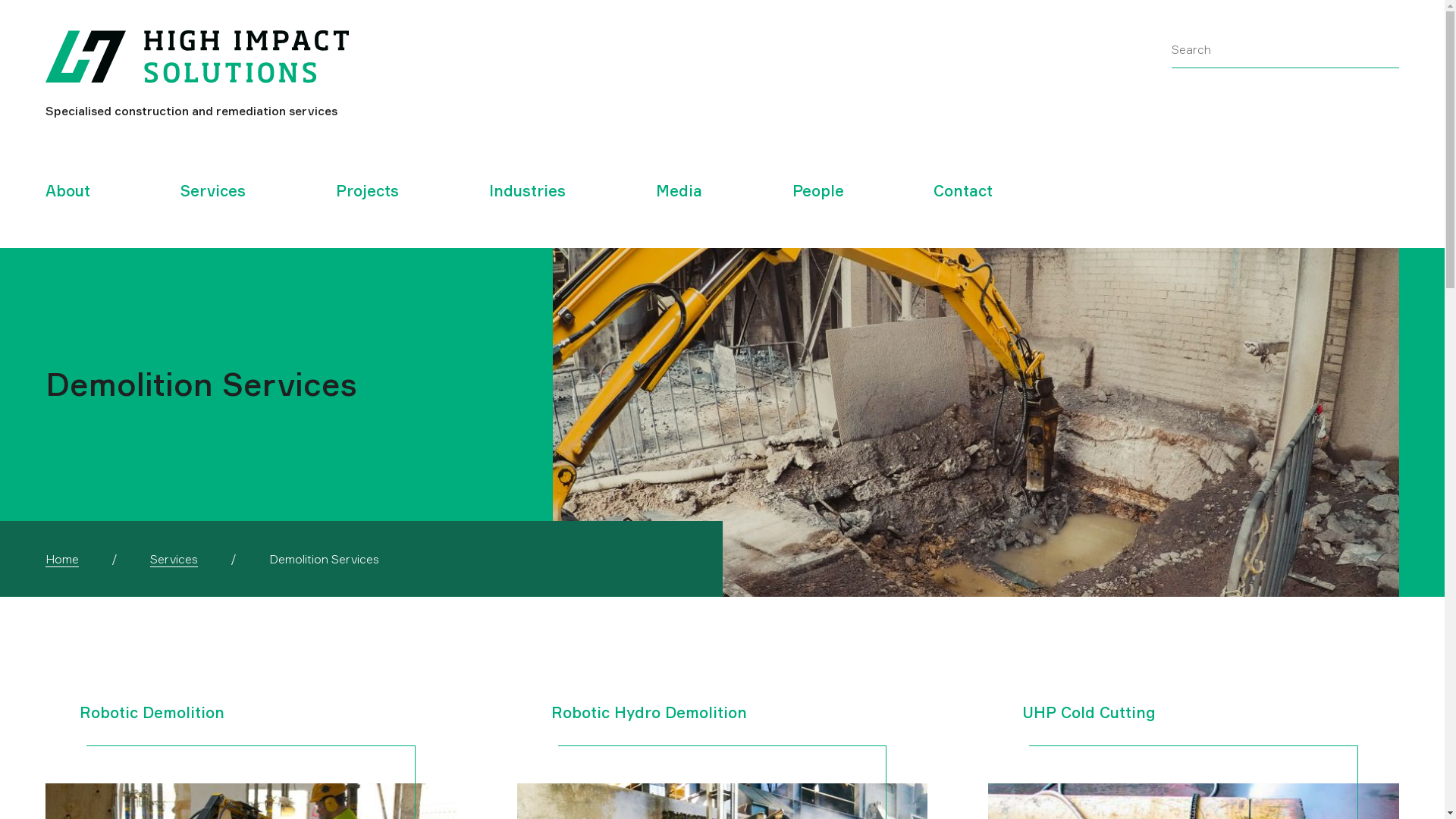  What do you see at coordinates (962, 190) in the screenshot?
I see `'Contact'` at bounding box center [962, 190].